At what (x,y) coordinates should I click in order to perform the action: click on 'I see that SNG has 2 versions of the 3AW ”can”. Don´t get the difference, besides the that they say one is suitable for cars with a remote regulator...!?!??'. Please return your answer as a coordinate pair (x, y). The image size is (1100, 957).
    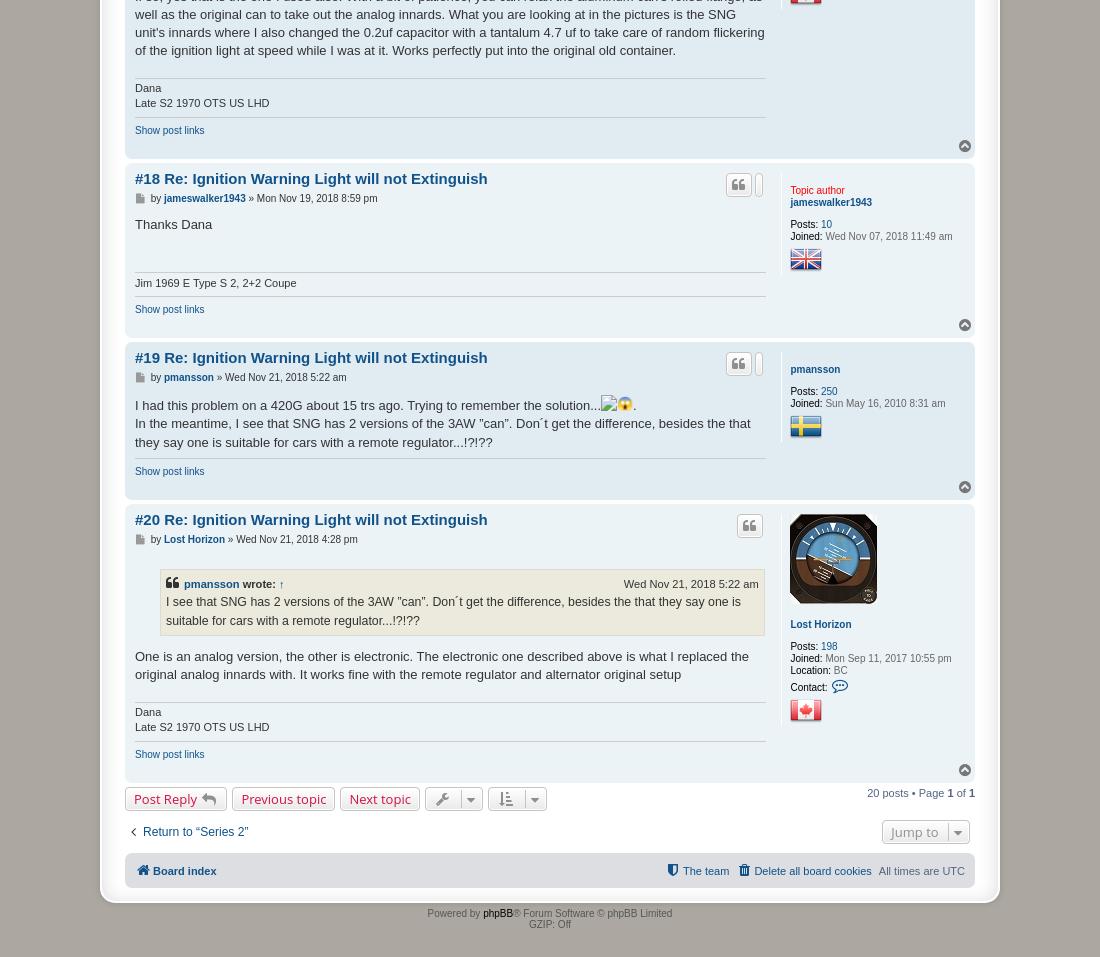
    Looking at the image, I should click on (451, 610).